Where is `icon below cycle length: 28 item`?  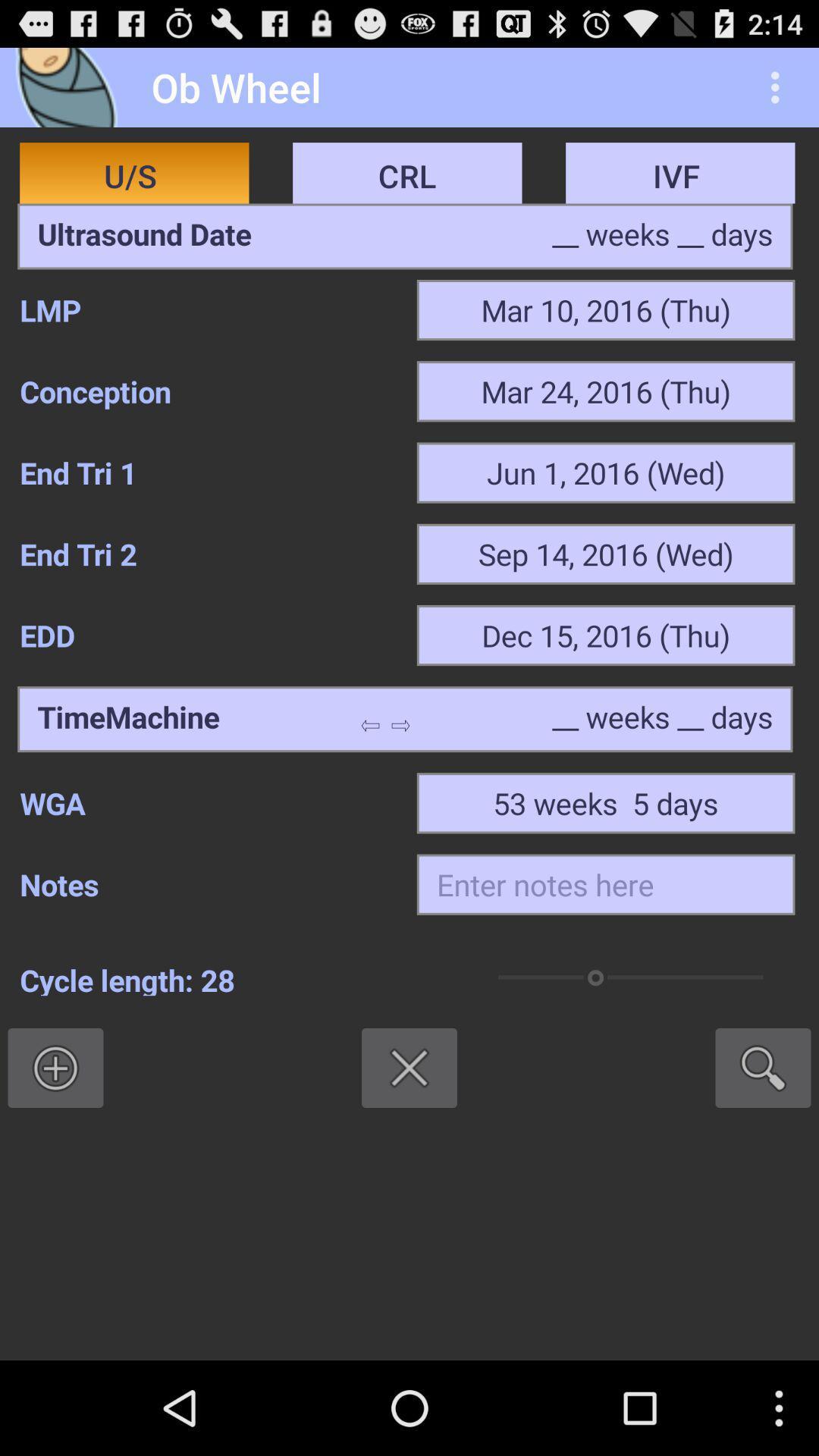 icon below cycle length: 28 item is located at coordinates (55, 1067).